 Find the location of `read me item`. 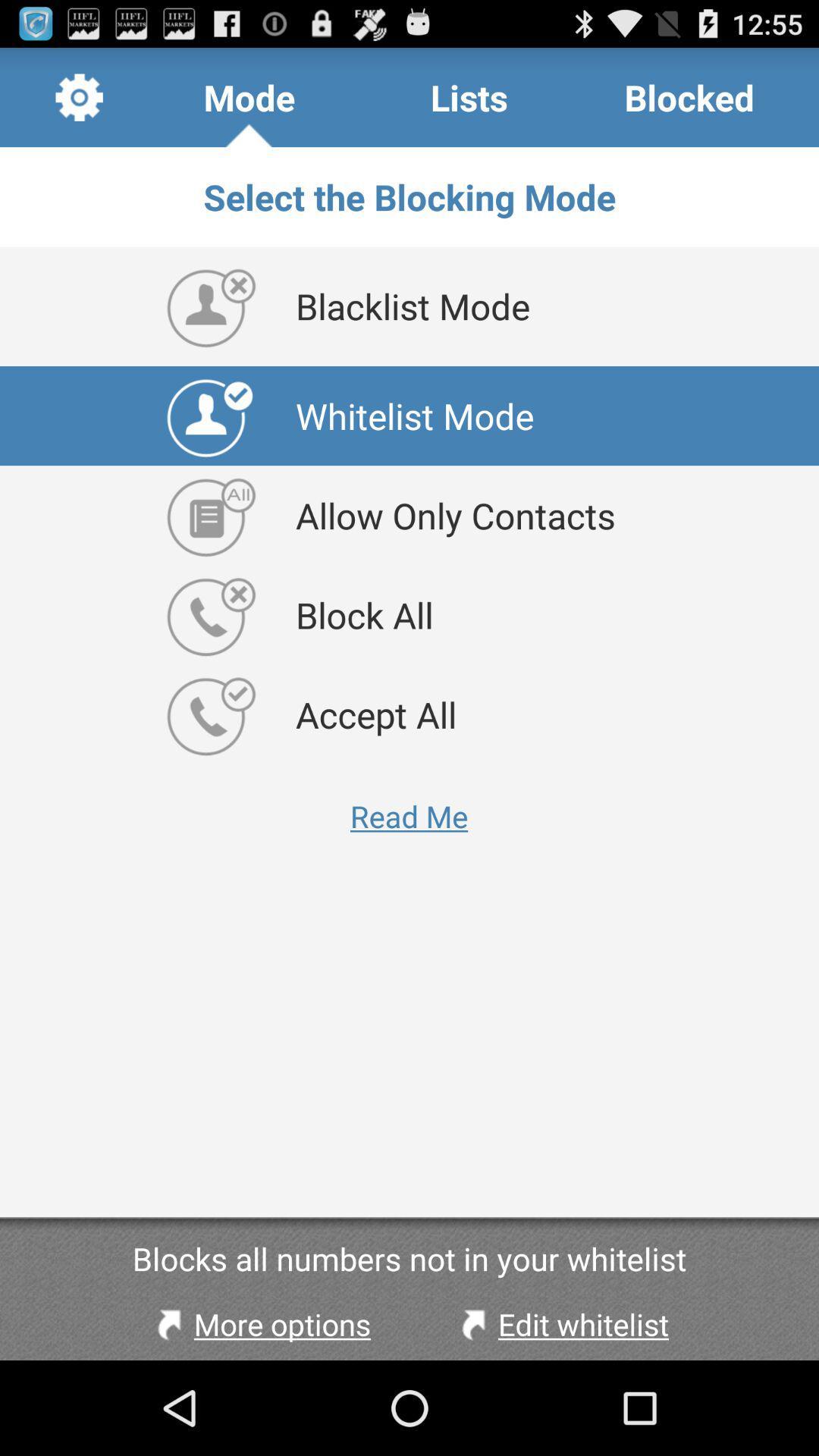

read me item is located at coordinates (408, 815).